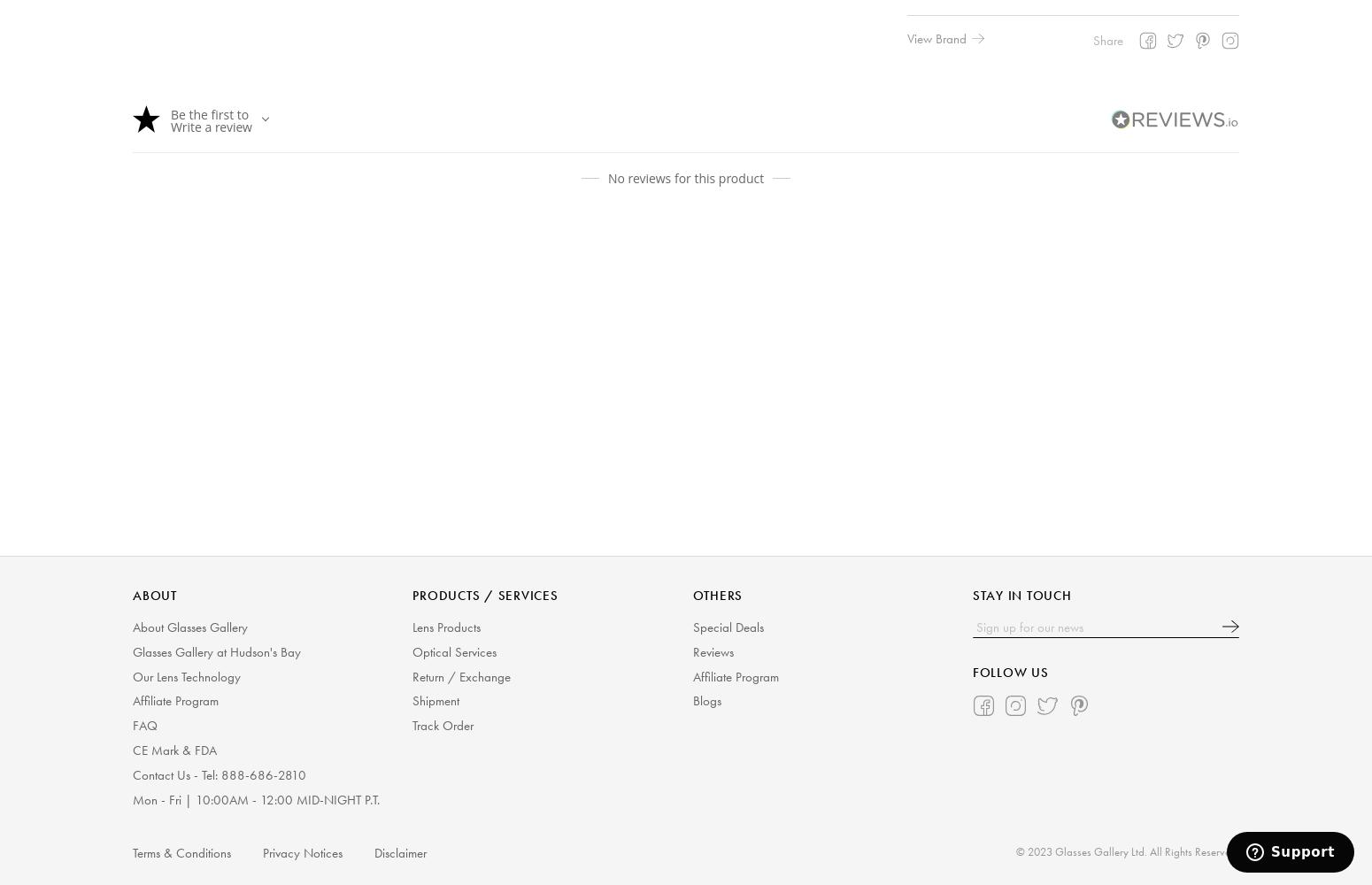  Describe the element at coordinates (153, 596) in the screenshot. I see `'ABOUT'` at that location.